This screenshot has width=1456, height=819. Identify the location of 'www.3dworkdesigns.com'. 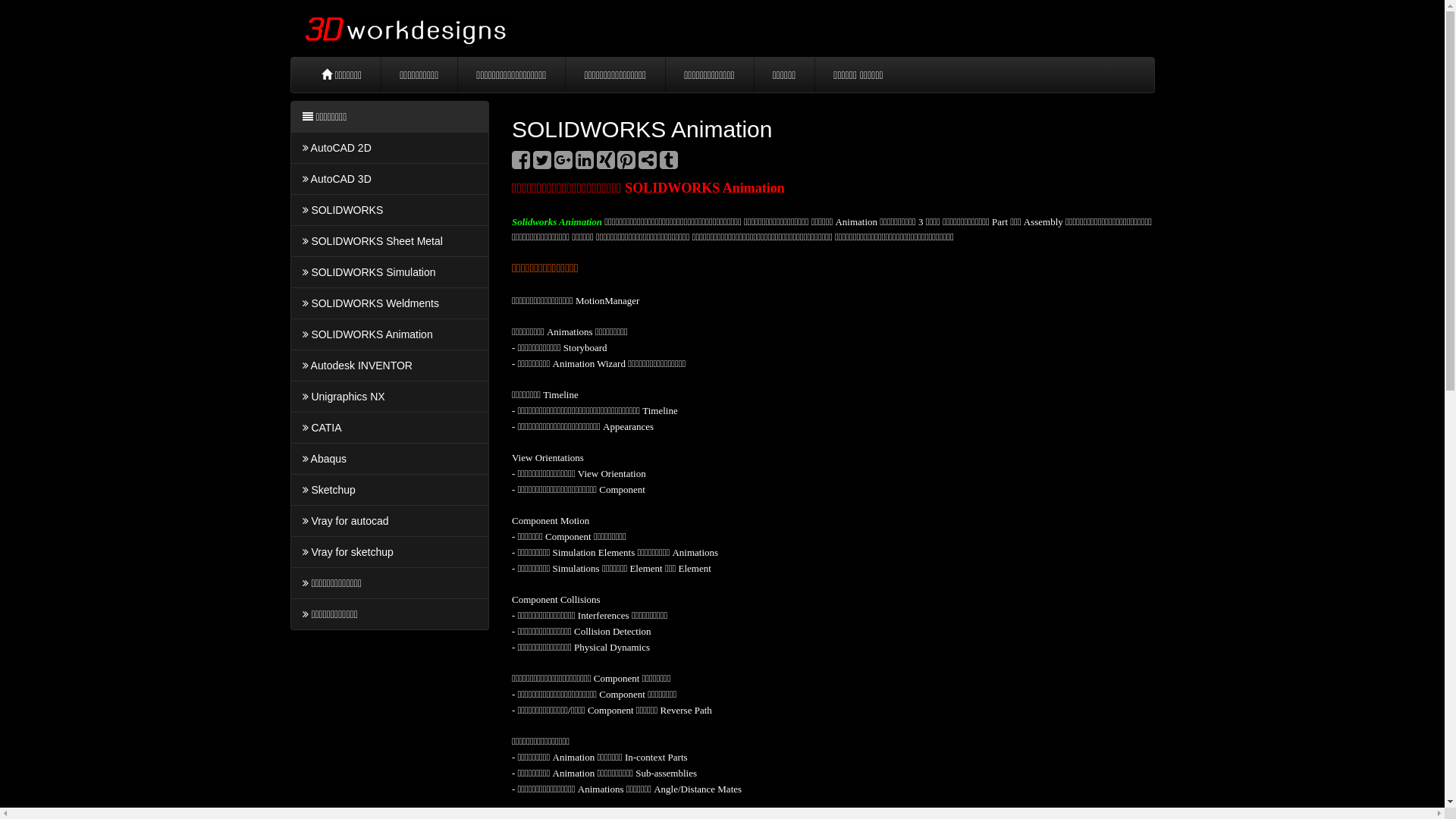
(407, 28).